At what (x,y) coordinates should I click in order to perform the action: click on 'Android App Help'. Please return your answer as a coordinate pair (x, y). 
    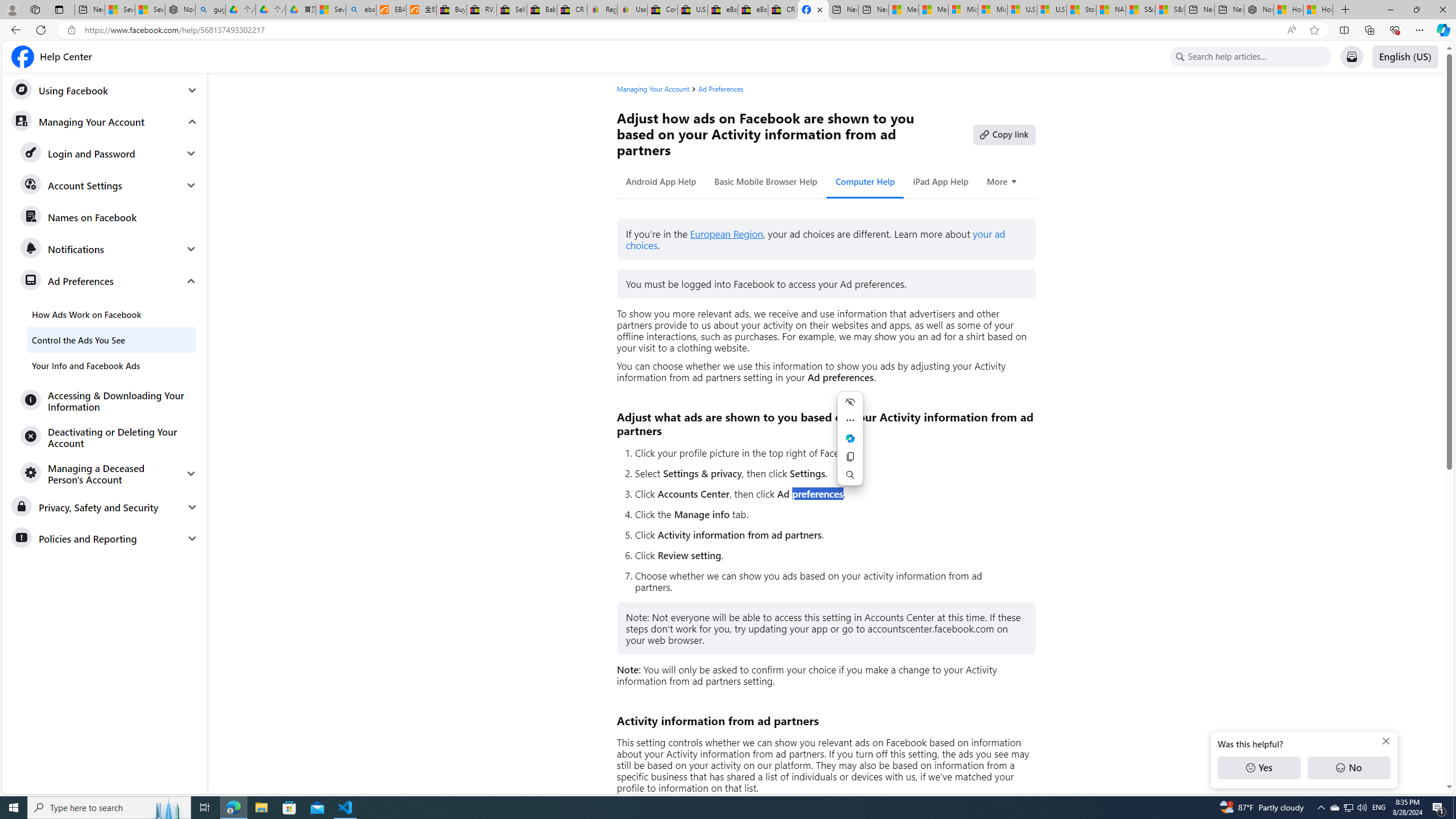
    Looking at the image, I should click on (660, 181).